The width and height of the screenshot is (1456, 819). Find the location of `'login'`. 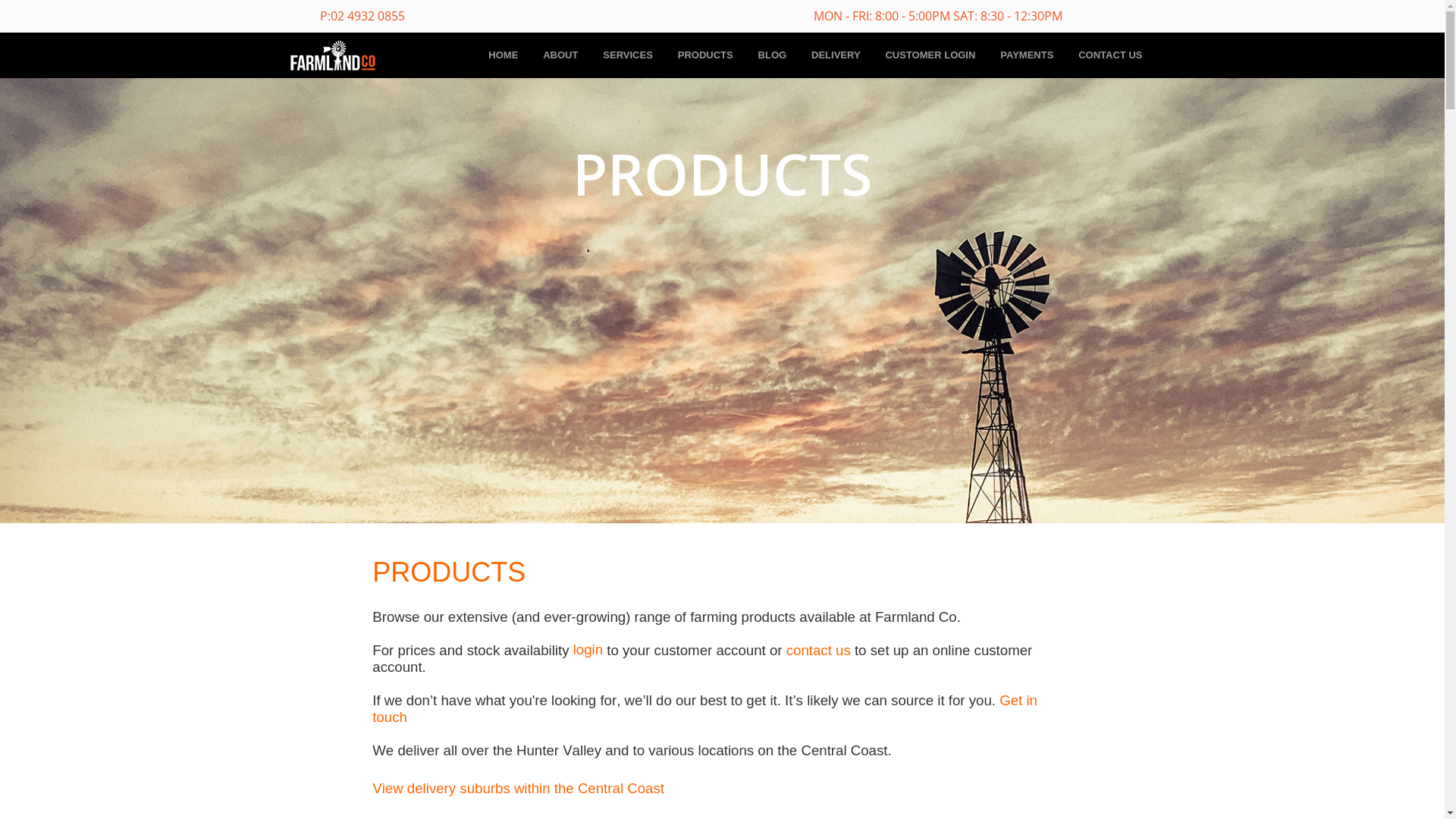

'login' is located at coordinates (587, 648).